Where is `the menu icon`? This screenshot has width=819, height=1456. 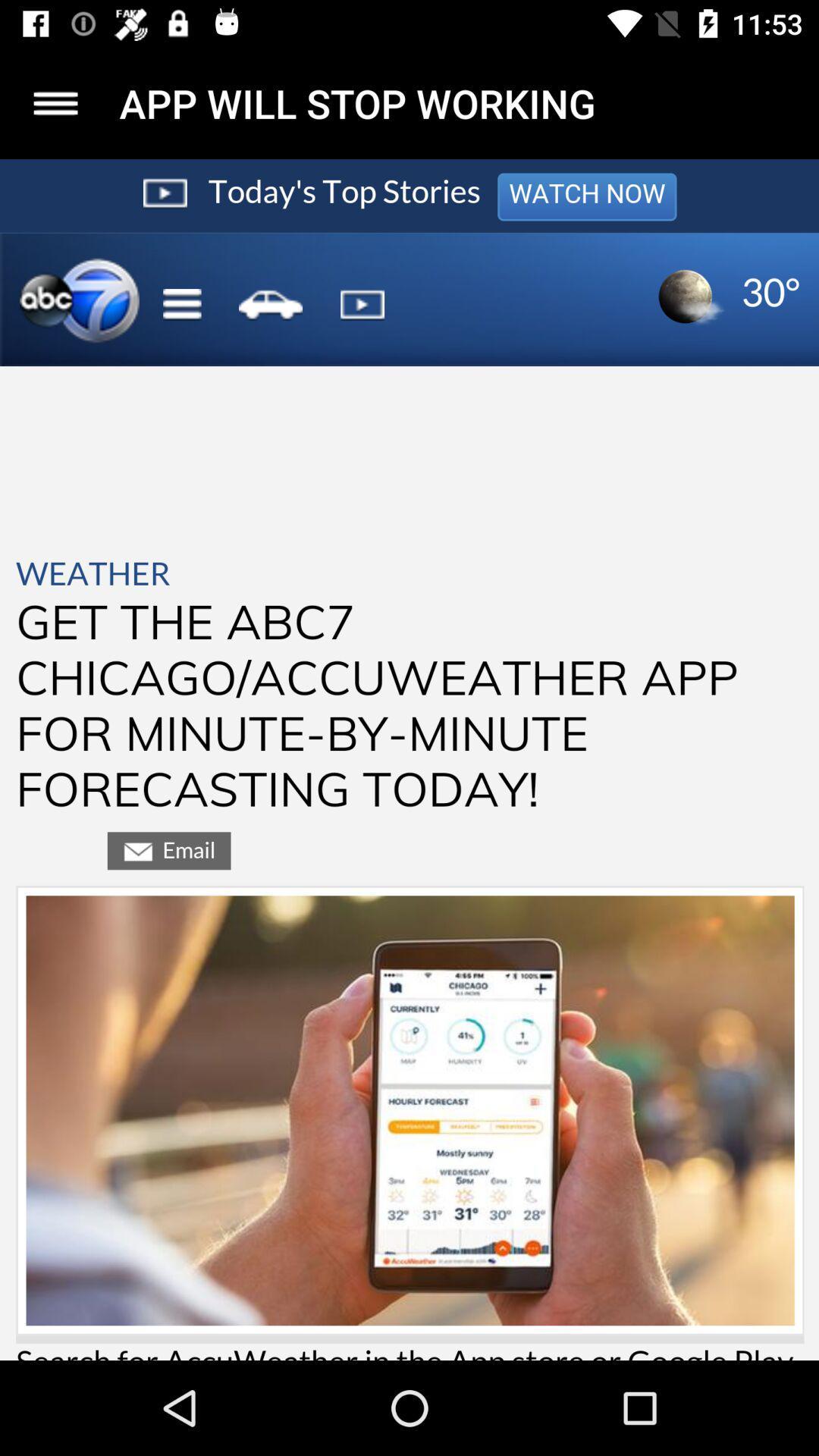
the menu icon is located at coordinates (55, 102).